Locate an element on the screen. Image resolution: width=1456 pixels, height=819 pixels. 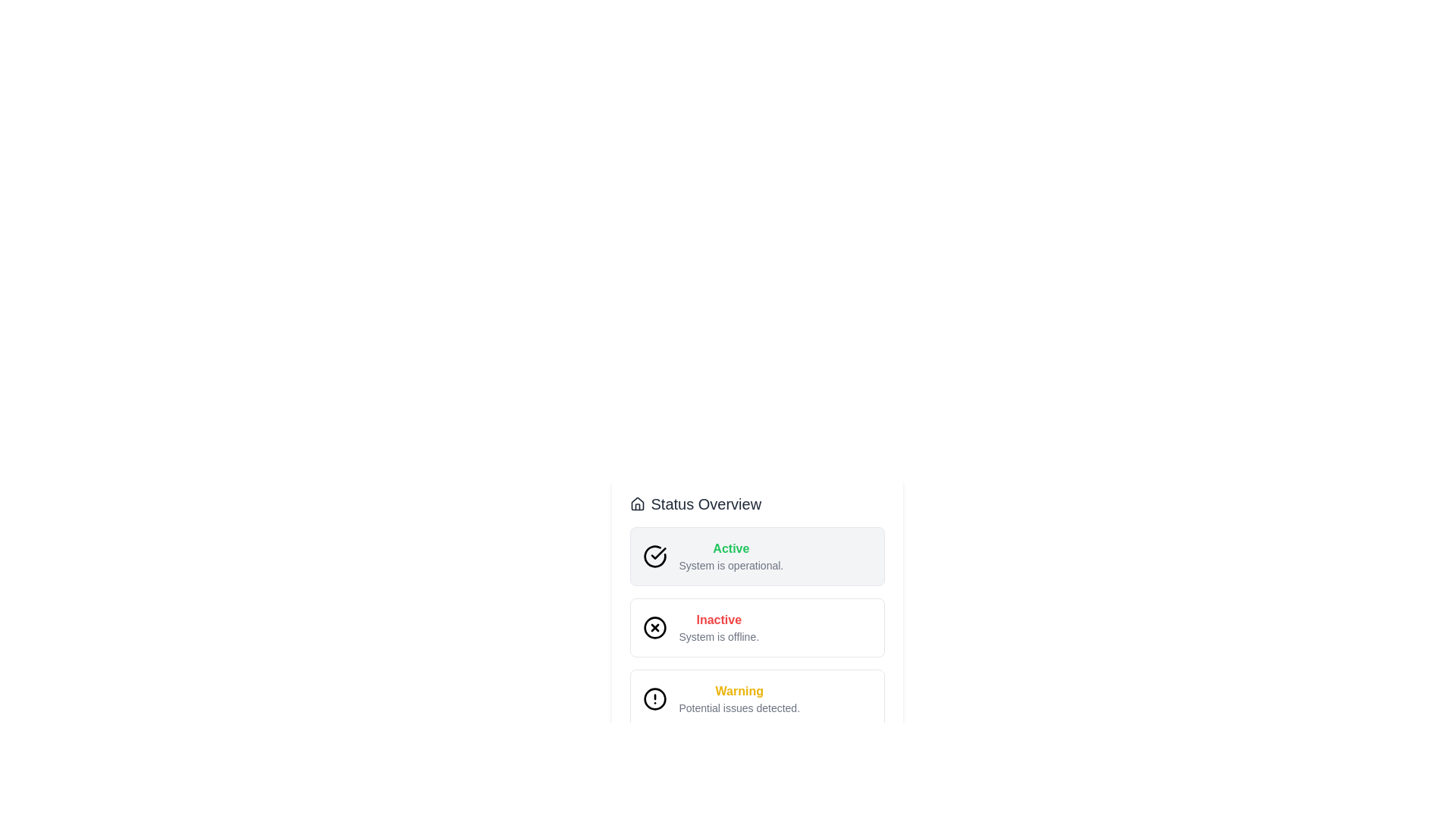
the checkmark icon enclosed within a circle, positioned to the far left of the card-like panel adjacent to the label 'Active' is located at coordinates (654, 556).